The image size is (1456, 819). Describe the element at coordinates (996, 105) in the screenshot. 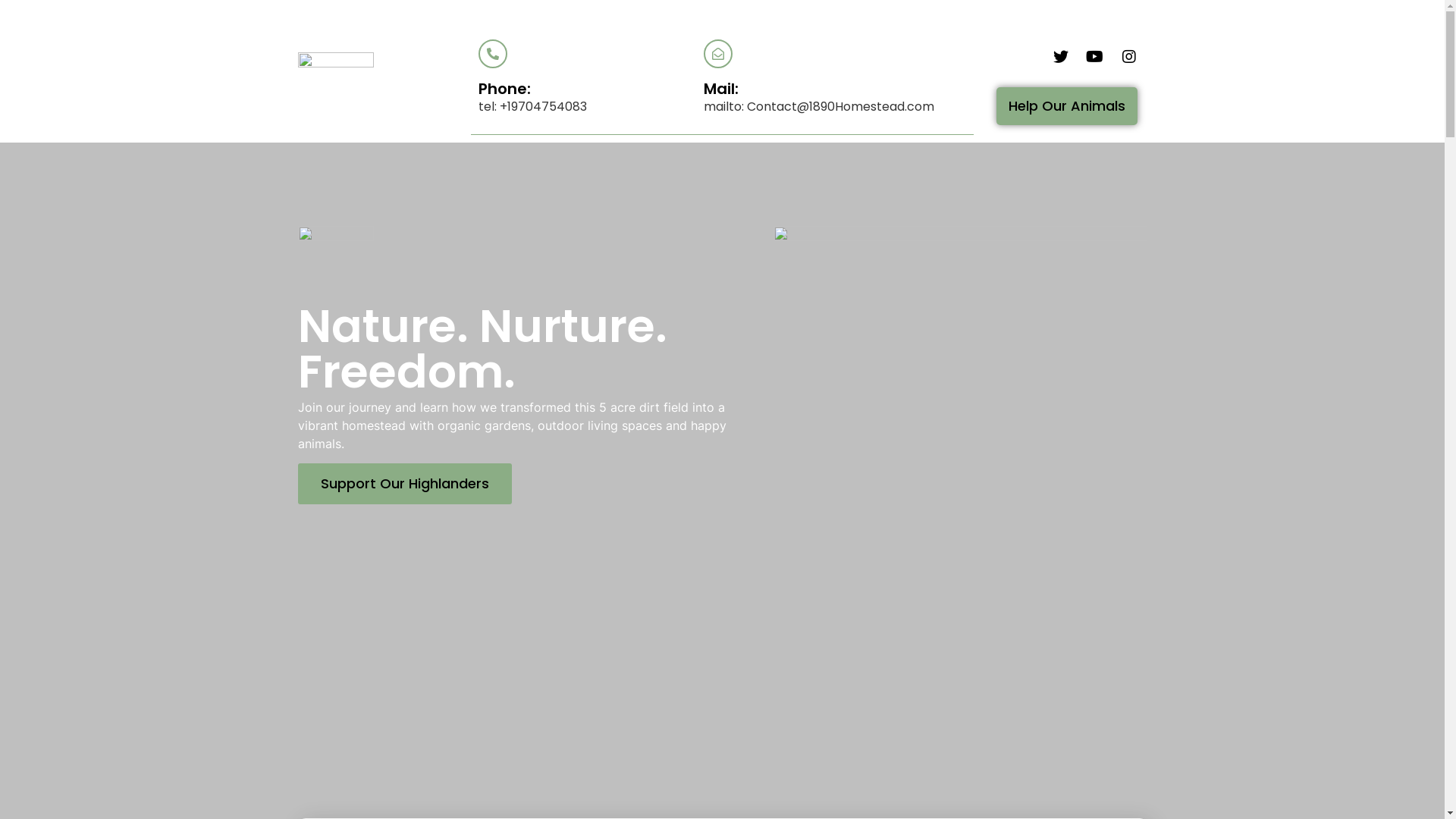

I see `'Help Our Animals'` at that location.